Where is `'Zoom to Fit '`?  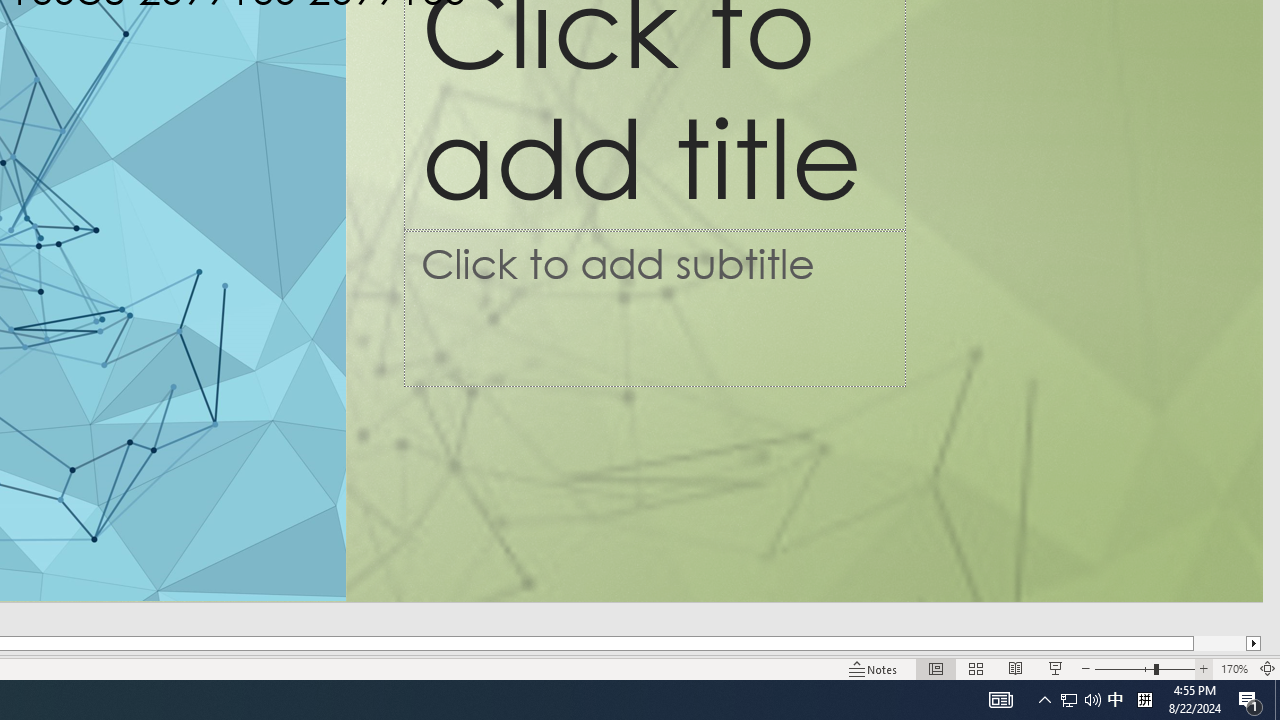 'Zoom to Fit ' is located at coordinates (1266, 669).